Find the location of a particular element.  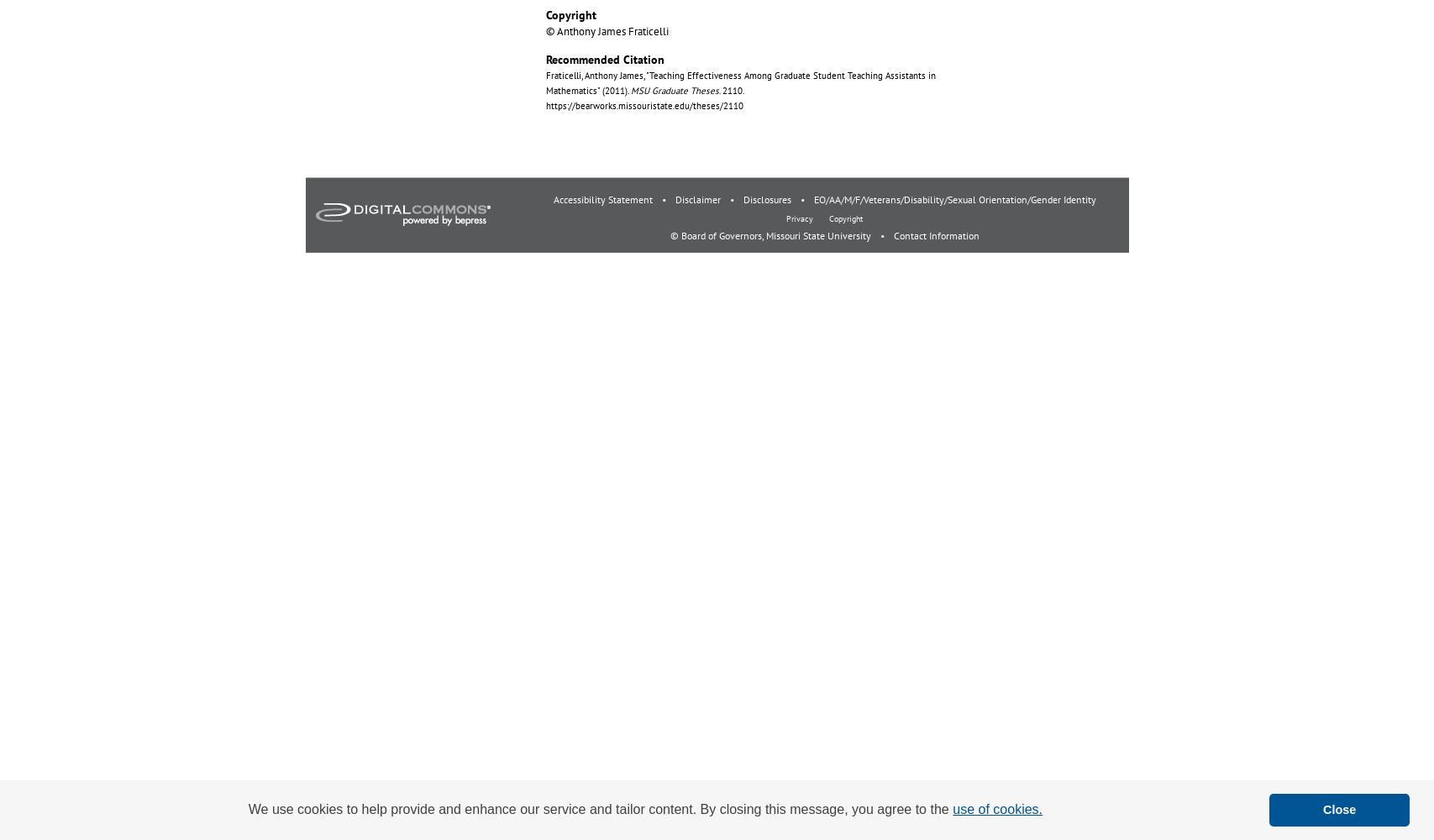

'We use cookies to help provide and enhance our service and tailor content. By closing this message, you agree to the' is located at coordinates (600, 808).